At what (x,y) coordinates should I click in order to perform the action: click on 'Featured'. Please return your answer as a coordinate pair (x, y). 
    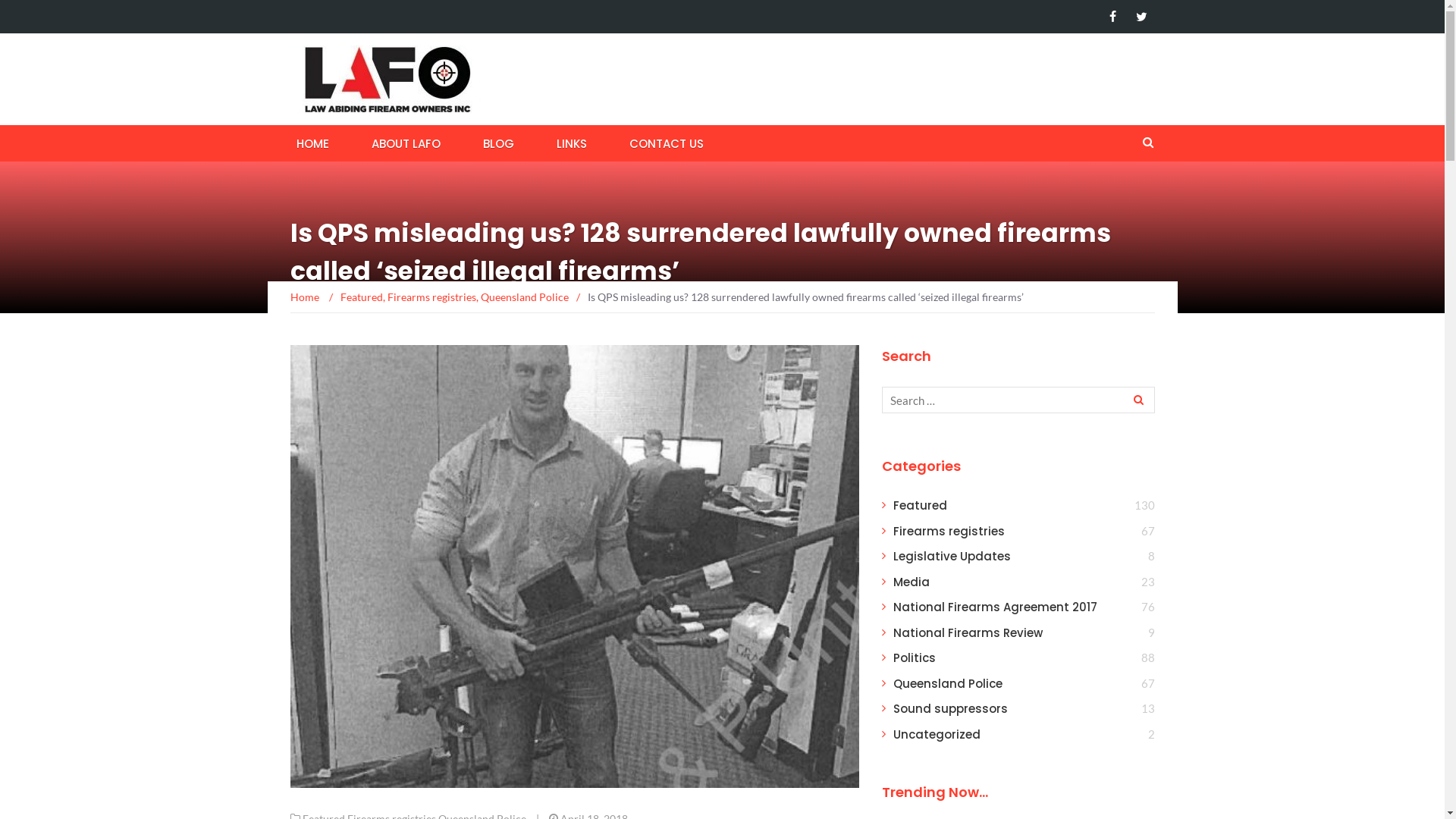
    Looking at the image, I should click on (919, 505).